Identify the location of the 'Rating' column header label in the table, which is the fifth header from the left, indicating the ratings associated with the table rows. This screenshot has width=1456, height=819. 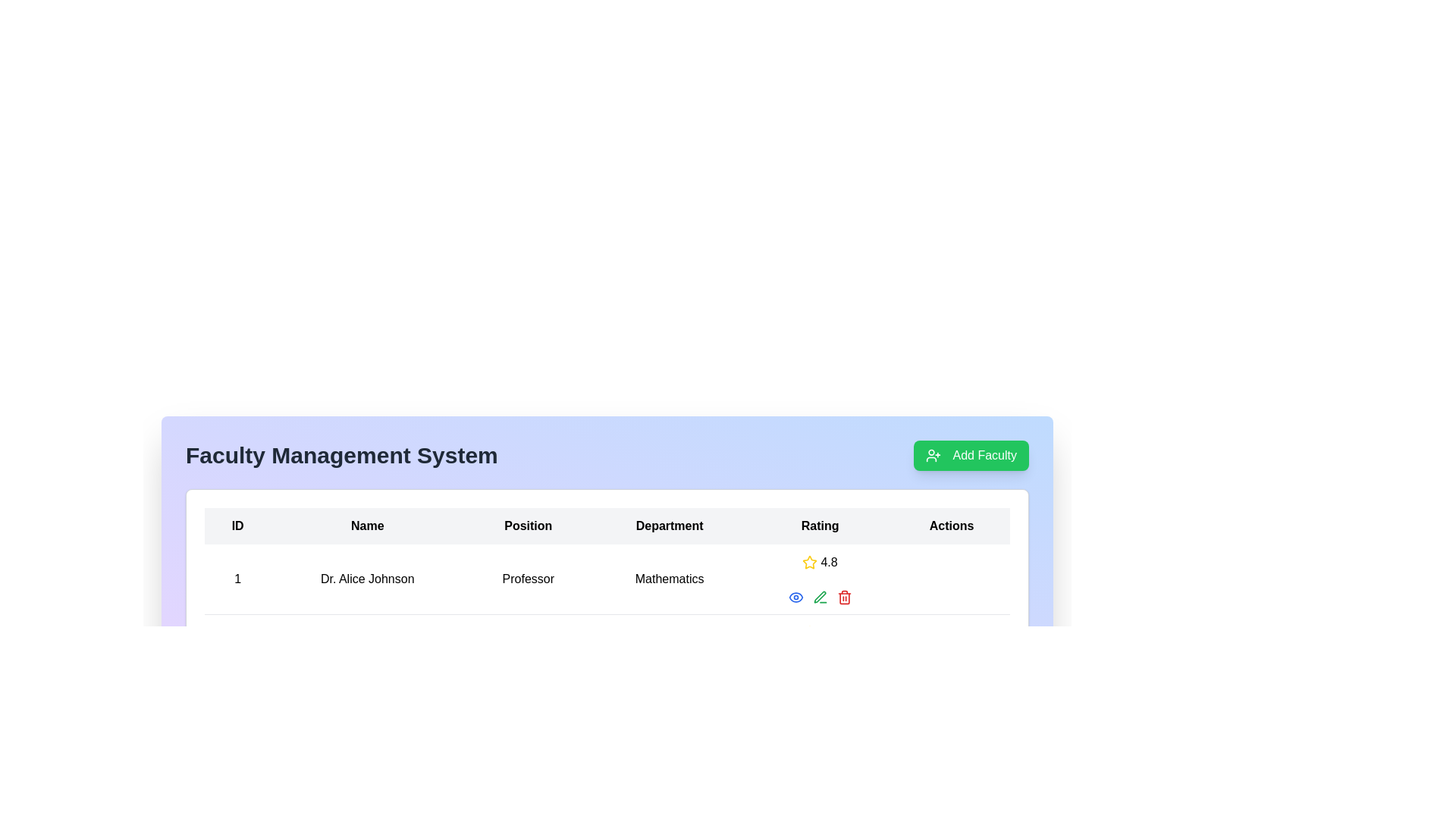
(819, 526).